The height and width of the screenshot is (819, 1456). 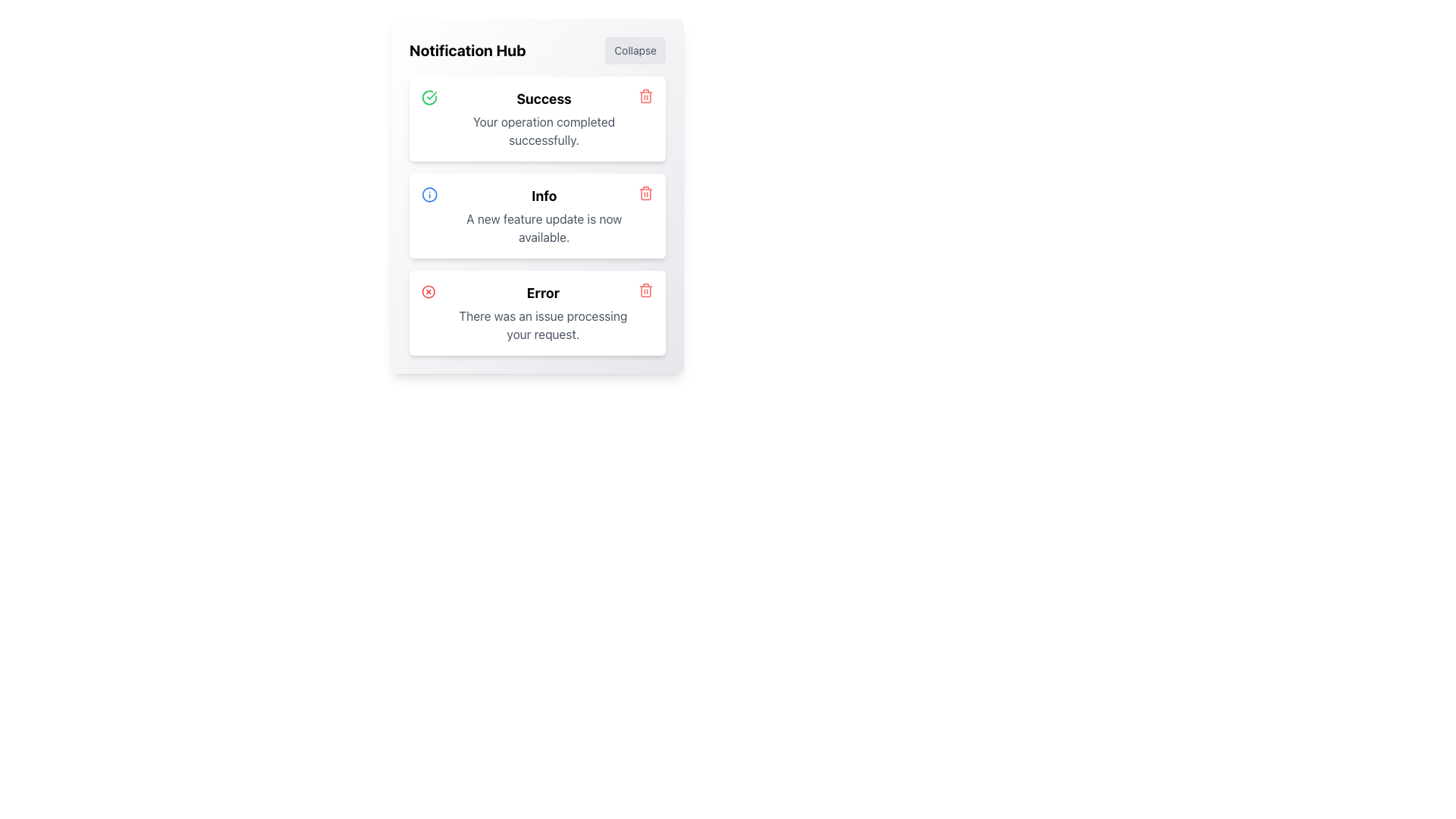 I want to click on the SVG circle graphic that represents the outline of the 'Info' icon within the notification hub, so click(x=428, y=194).